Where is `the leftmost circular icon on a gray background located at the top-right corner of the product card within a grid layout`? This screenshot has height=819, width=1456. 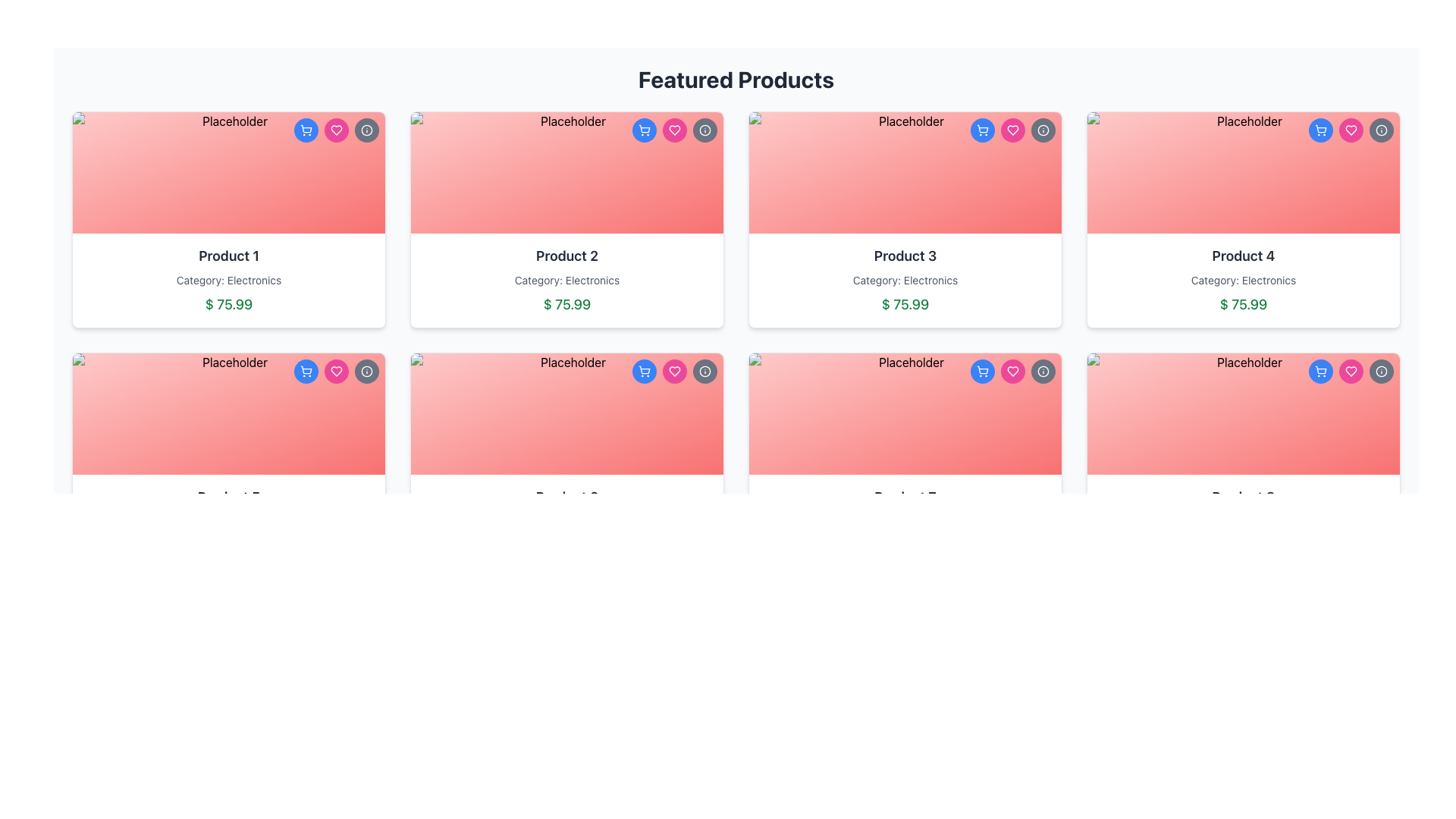 the leftmost circular icon on a gray background located at the top-right corner of the product card within a grid layout is located at coordinates (704, 130).